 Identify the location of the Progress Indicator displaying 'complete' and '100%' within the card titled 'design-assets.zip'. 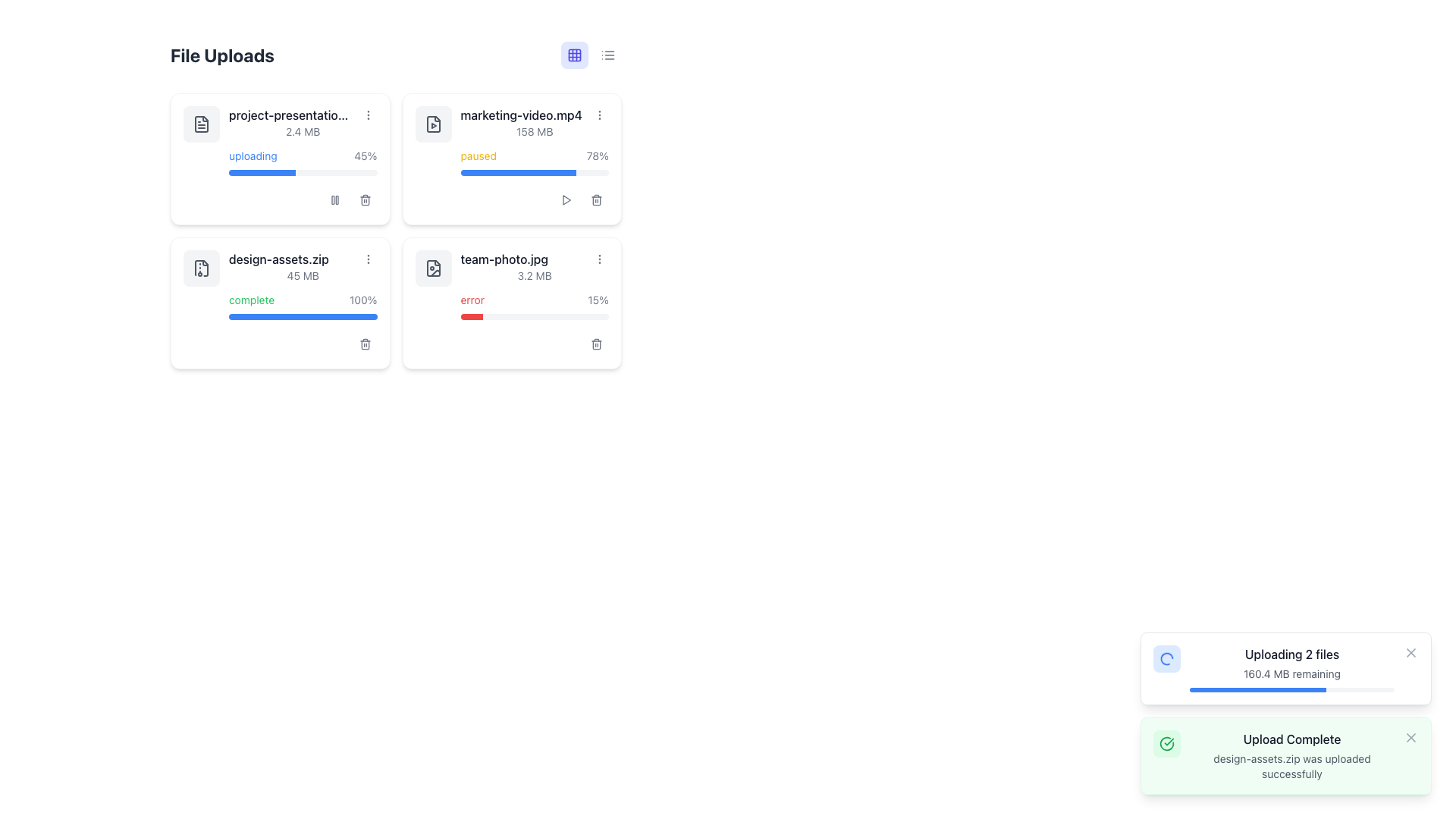
(303, 306).